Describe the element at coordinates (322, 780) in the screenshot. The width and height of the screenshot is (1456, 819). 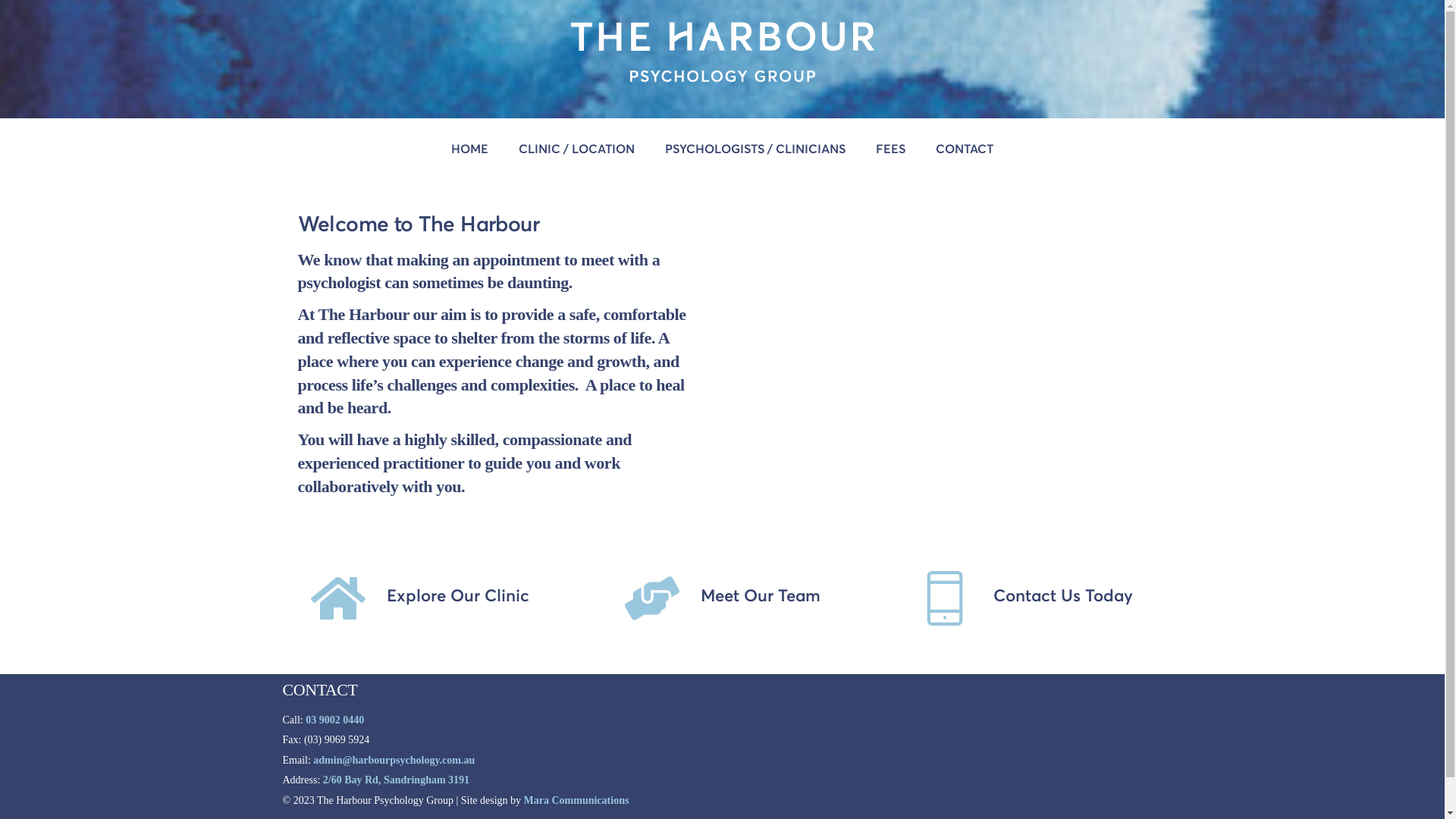
I see `'2/60 Bay Rd, Sandringham 3191'` at that location.